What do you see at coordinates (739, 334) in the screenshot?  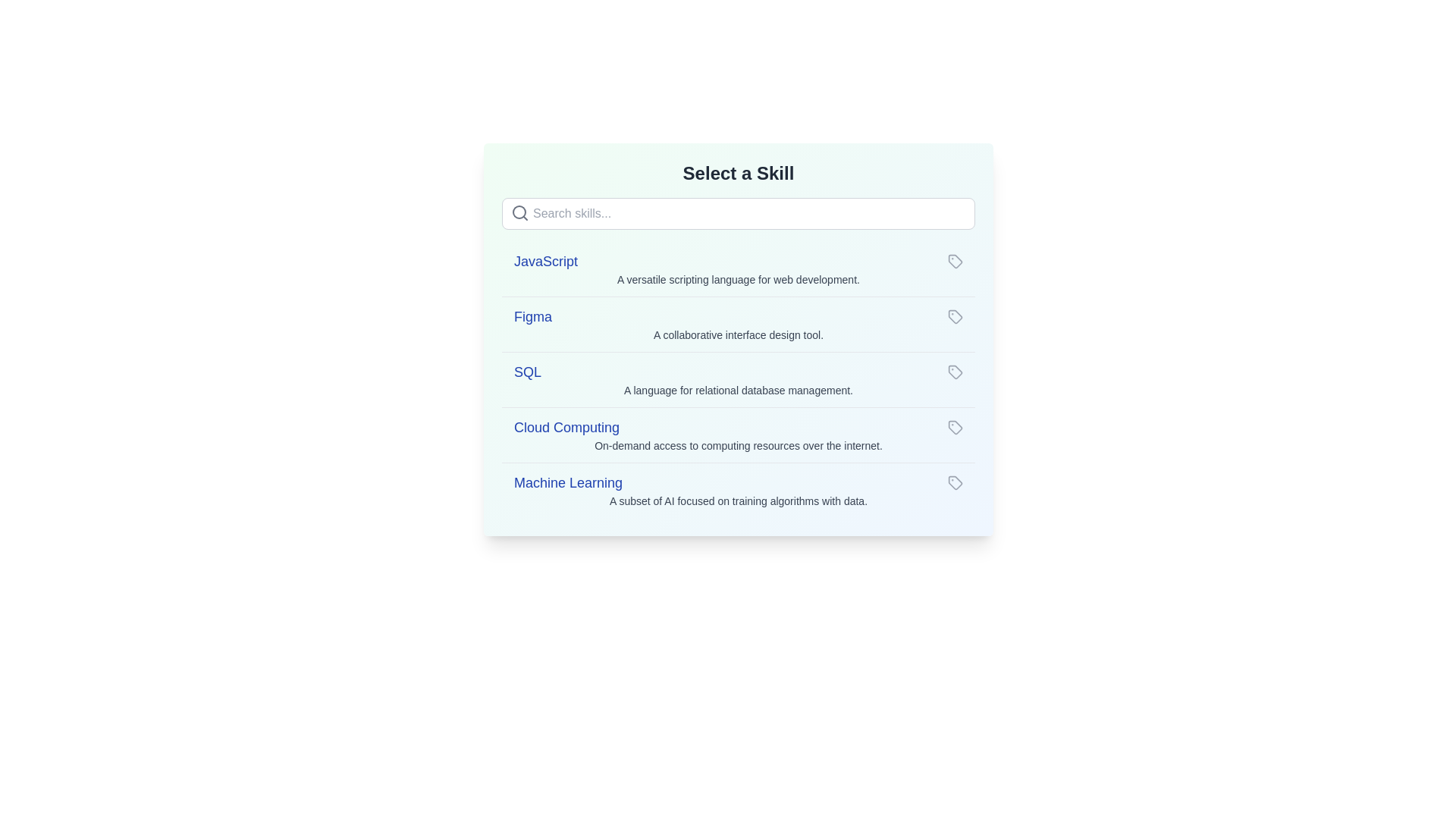 I see `the static text label displaying 'A collaborative interface design tool.' located below the 'Figma' label in the vertical list` at bounding box center [739, 334].